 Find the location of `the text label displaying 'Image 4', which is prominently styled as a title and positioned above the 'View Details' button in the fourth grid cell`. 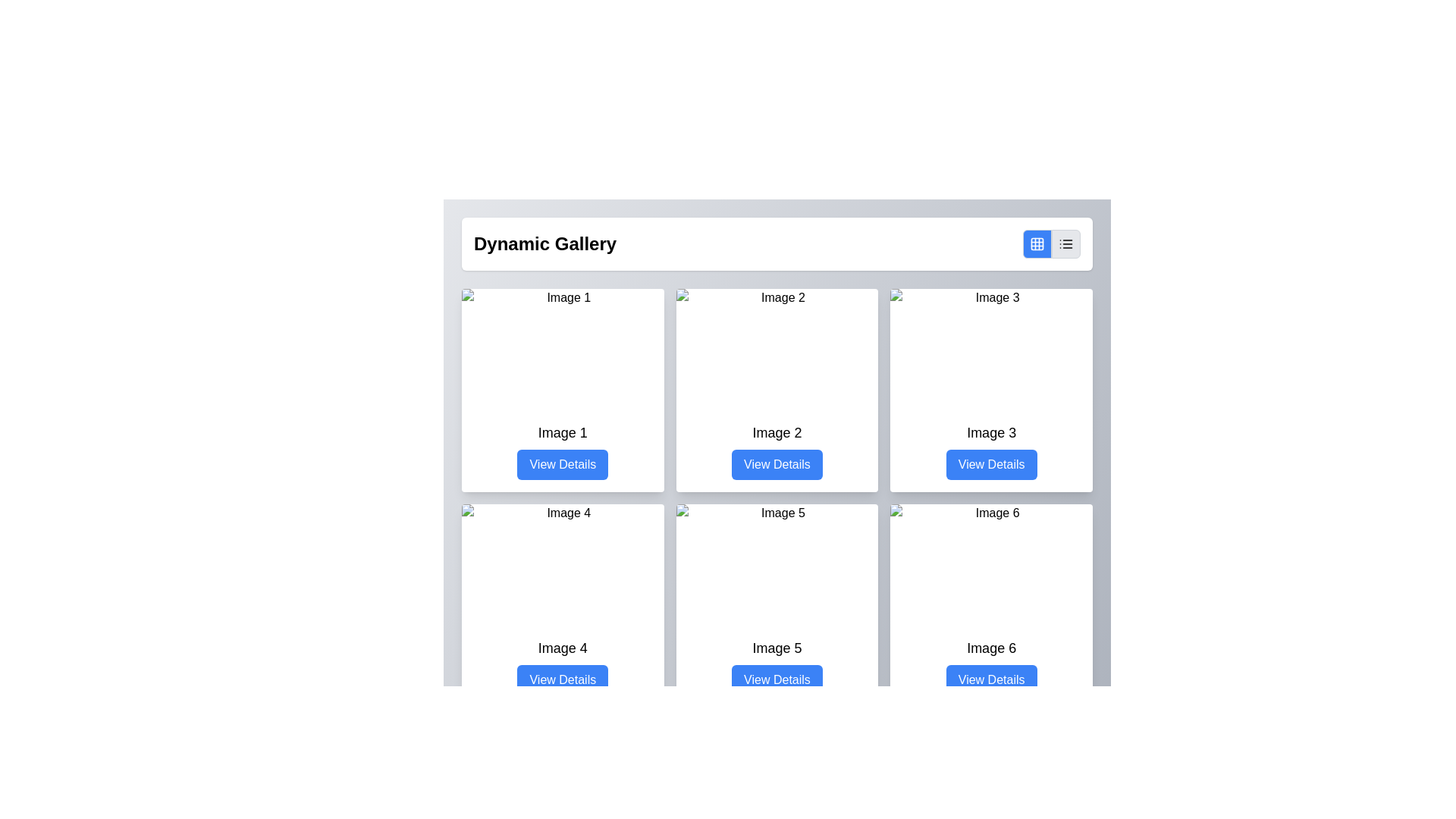

the text label displaying 'Image 4', which is prominently styled as a title and positioned above the 'View Details' button in the fourth grid cell is located at coordinates (562, 648).